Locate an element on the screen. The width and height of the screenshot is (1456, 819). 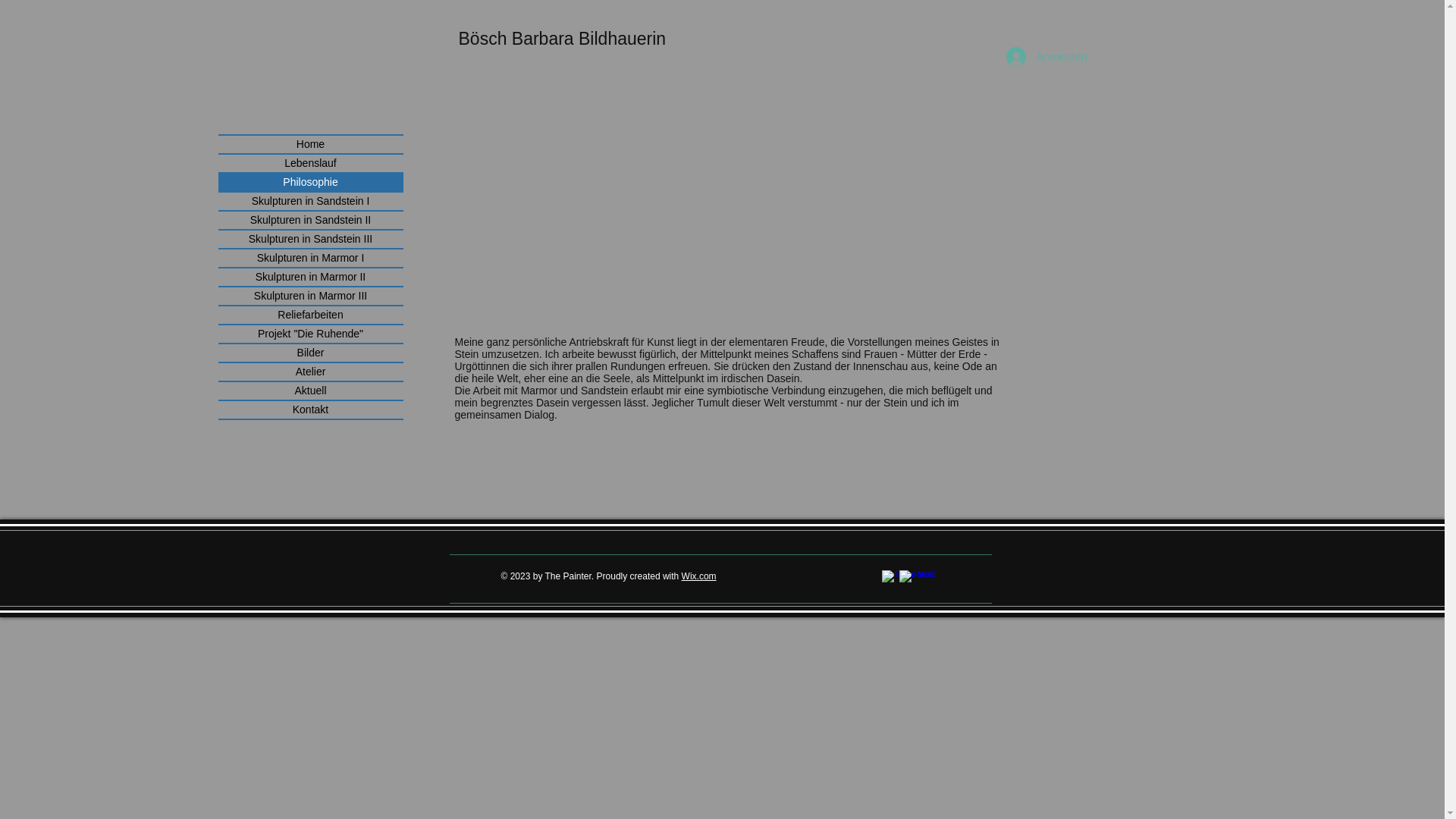
'Bilder' is located at coordinates (309, 353).